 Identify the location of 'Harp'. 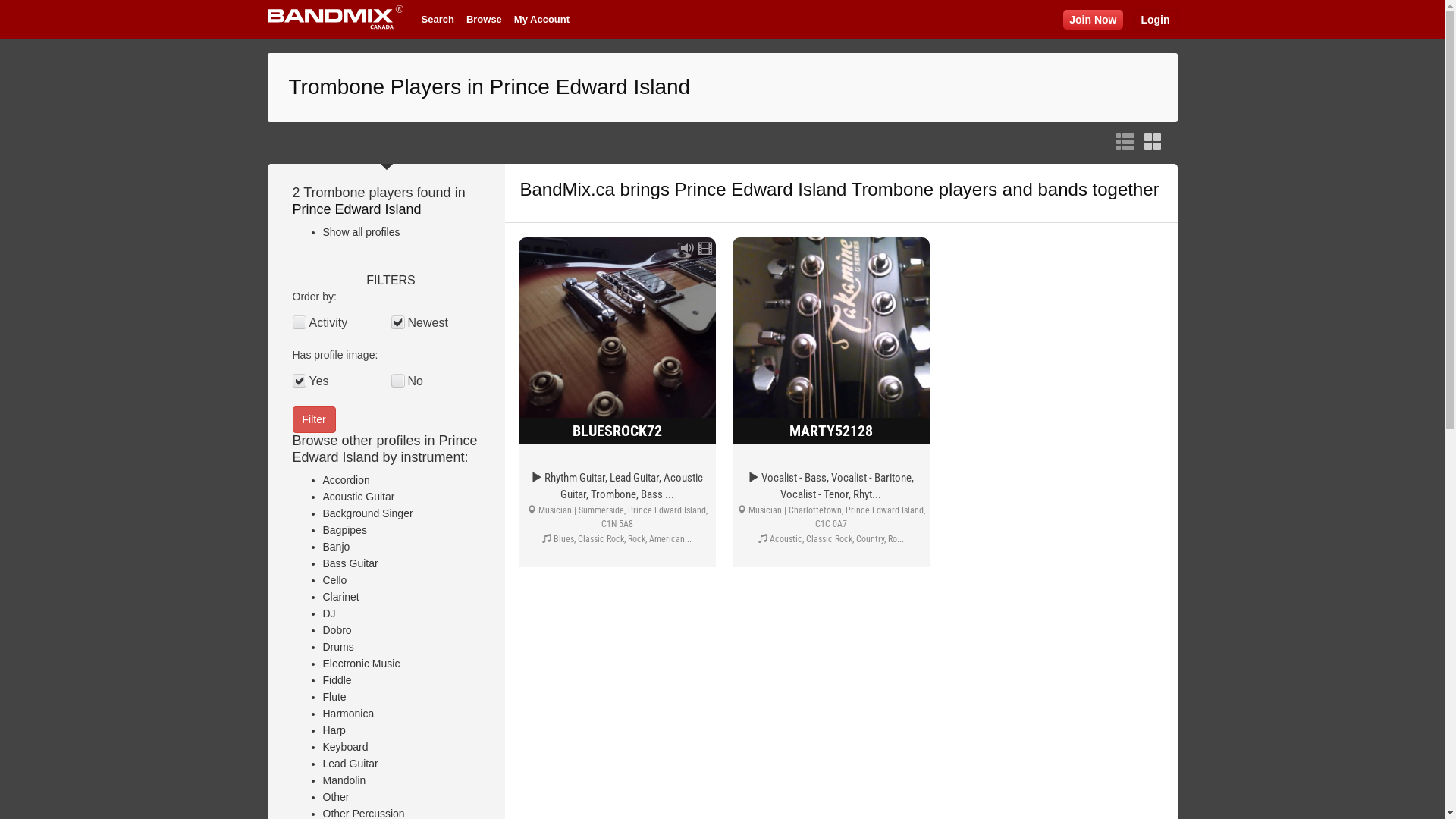
(322, 730).